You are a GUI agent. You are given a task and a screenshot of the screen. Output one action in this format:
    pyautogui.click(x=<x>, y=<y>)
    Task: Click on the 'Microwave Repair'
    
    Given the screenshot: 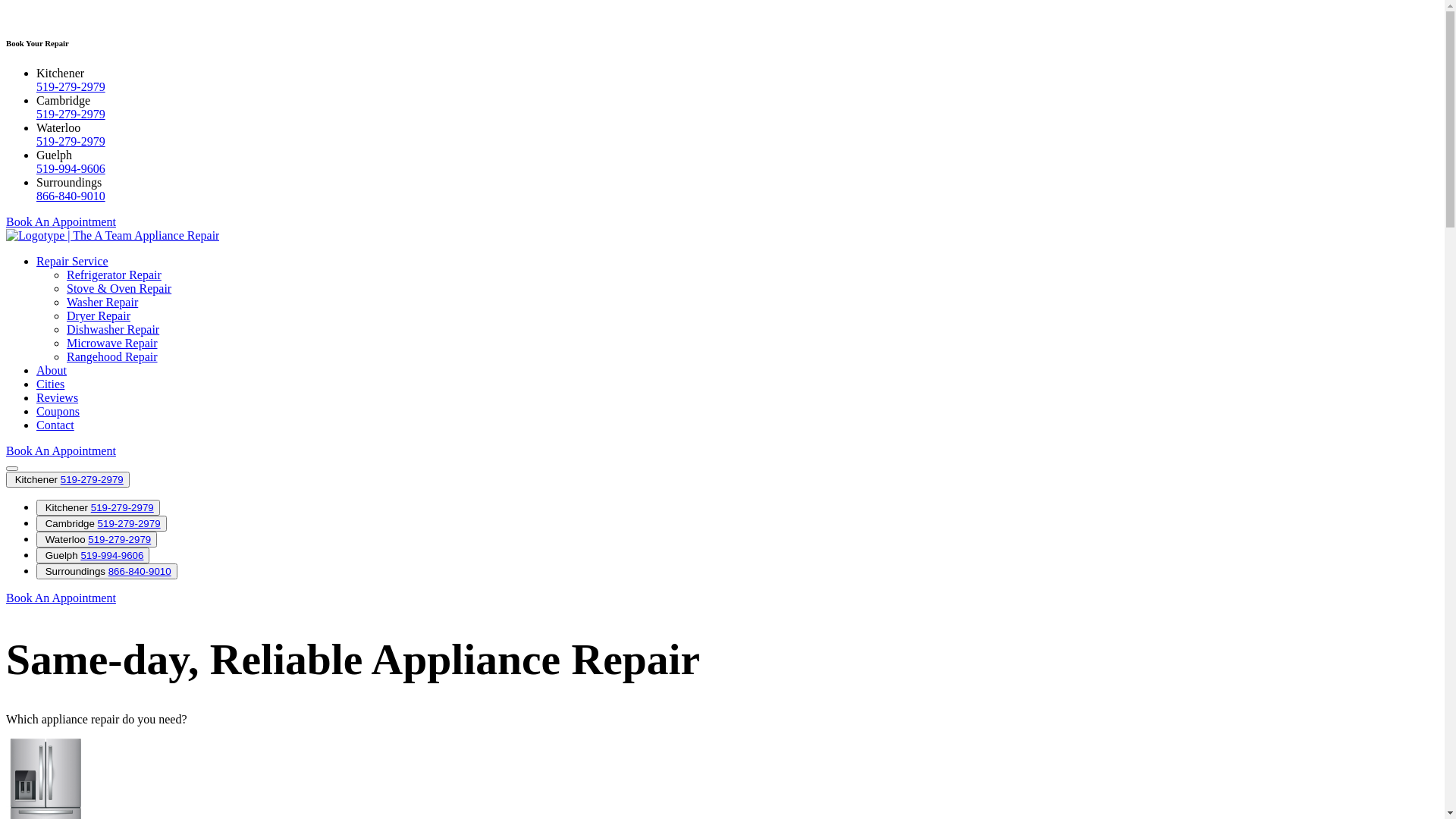 What is the action you would take?
    pyautogui.click(x=111, y=343)
    